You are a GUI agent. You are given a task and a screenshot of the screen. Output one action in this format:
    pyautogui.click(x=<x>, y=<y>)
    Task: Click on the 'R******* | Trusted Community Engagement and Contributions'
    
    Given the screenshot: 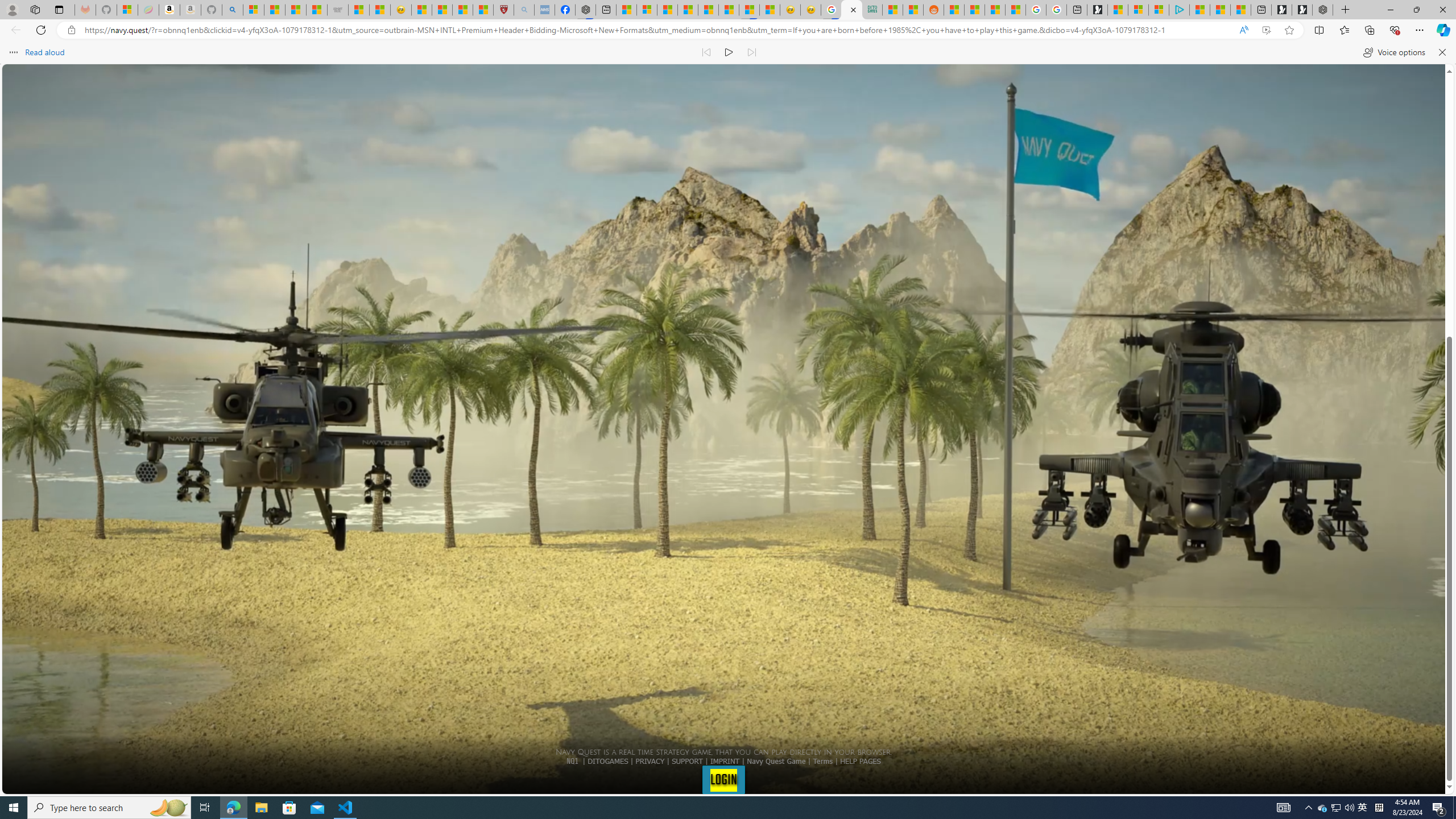 What is the action you would take?
    pyautogui.click(x=954, y=9)
    